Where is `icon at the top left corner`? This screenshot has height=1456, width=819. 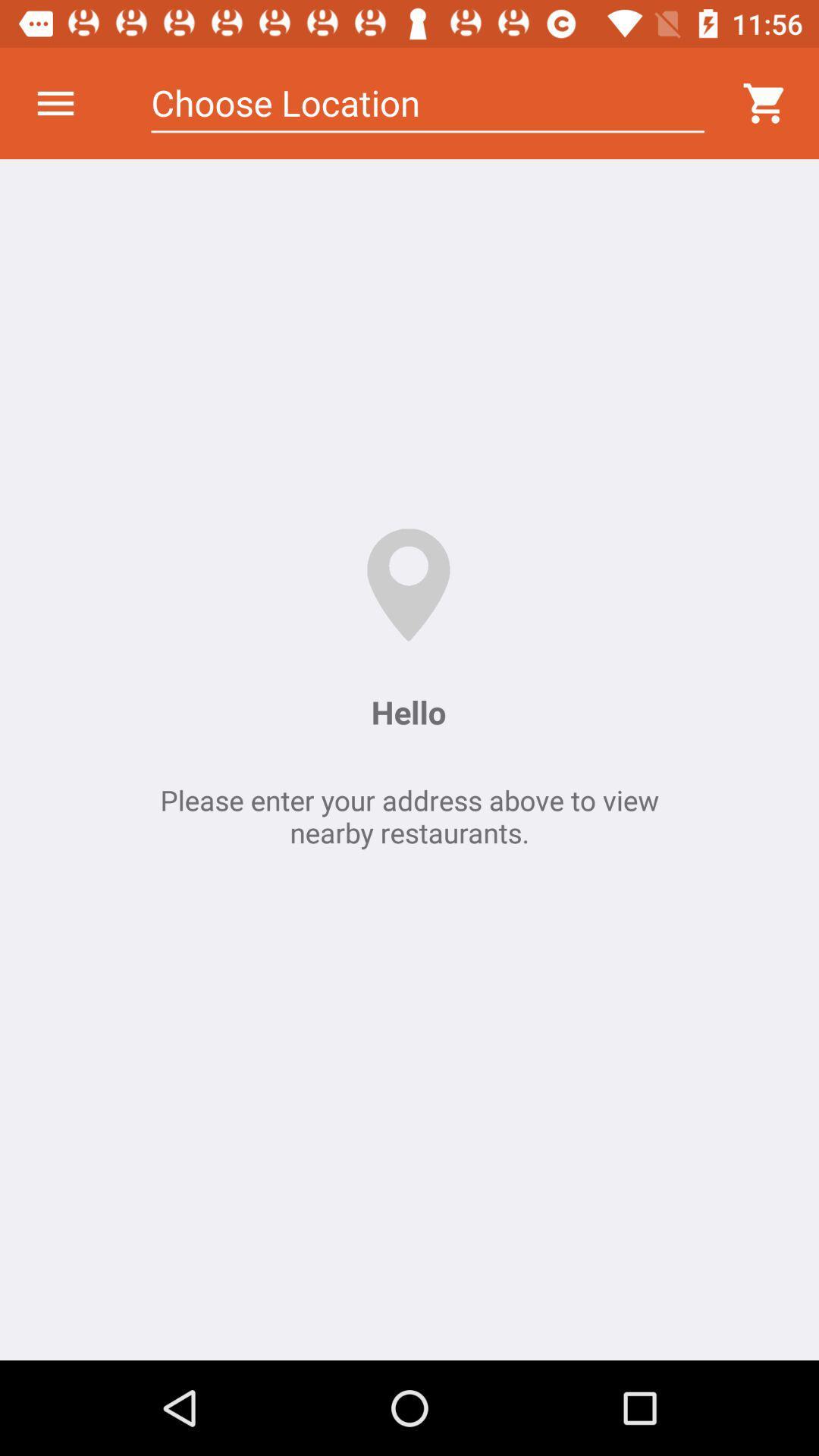 icon at the top left corner is located at coordinates (55, 102).